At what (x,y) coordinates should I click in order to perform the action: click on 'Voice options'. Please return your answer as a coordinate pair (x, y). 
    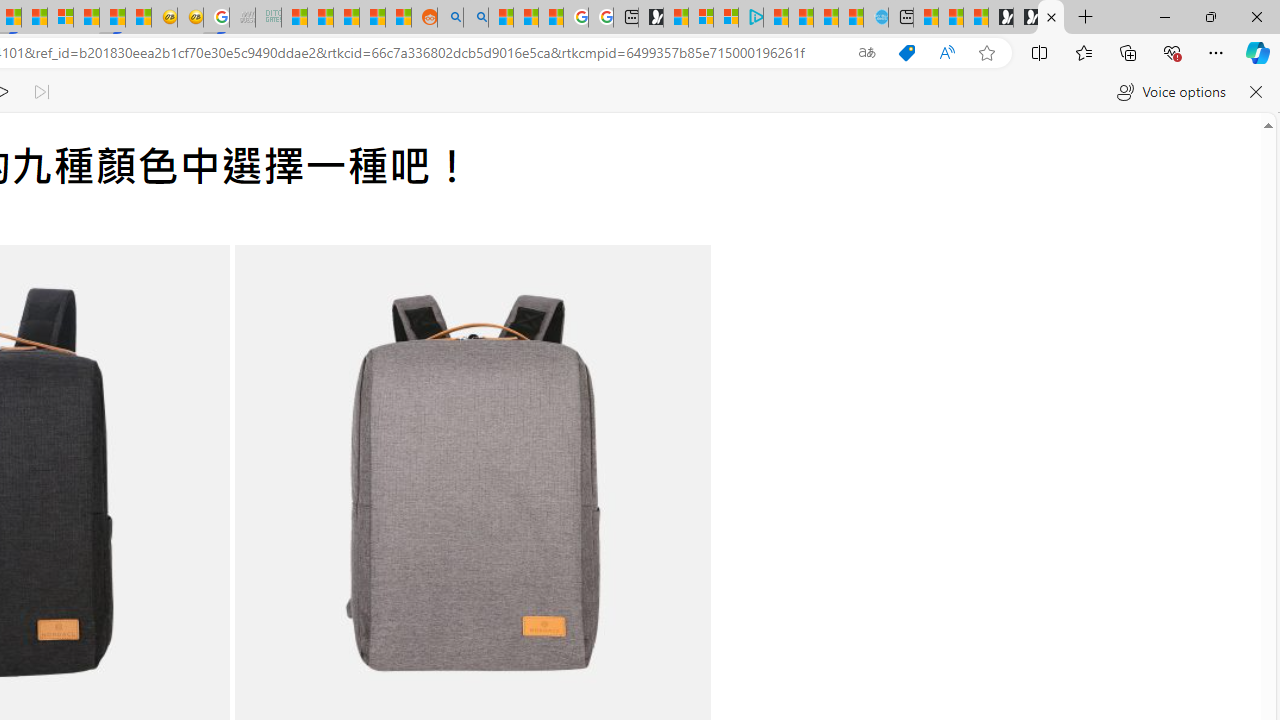
    Looking at the image, I should click on (1171, 92).